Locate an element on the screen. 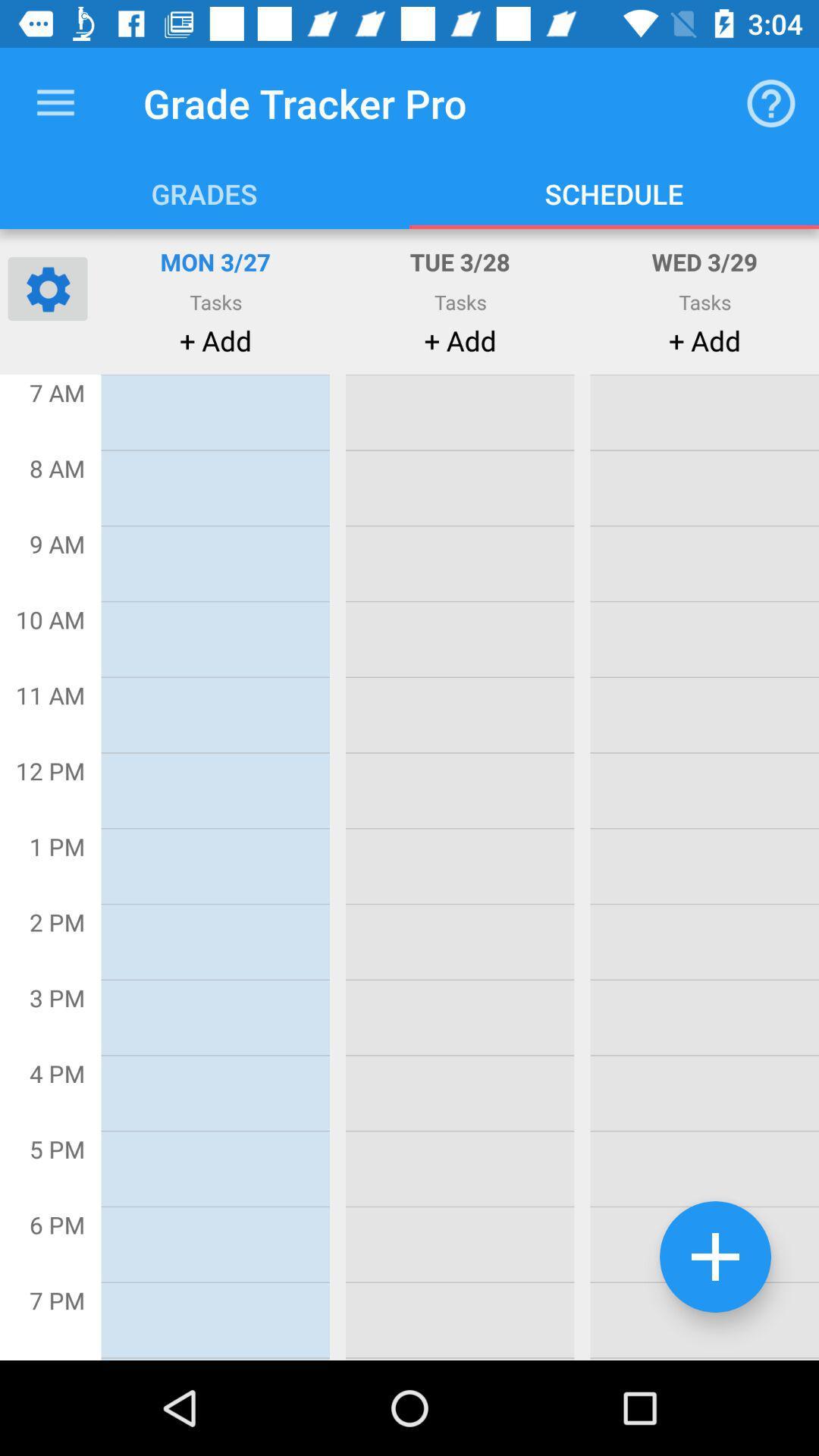 The width and height of the screenshot is (819, 1456). setting bar is located at coordinates (46, 288).